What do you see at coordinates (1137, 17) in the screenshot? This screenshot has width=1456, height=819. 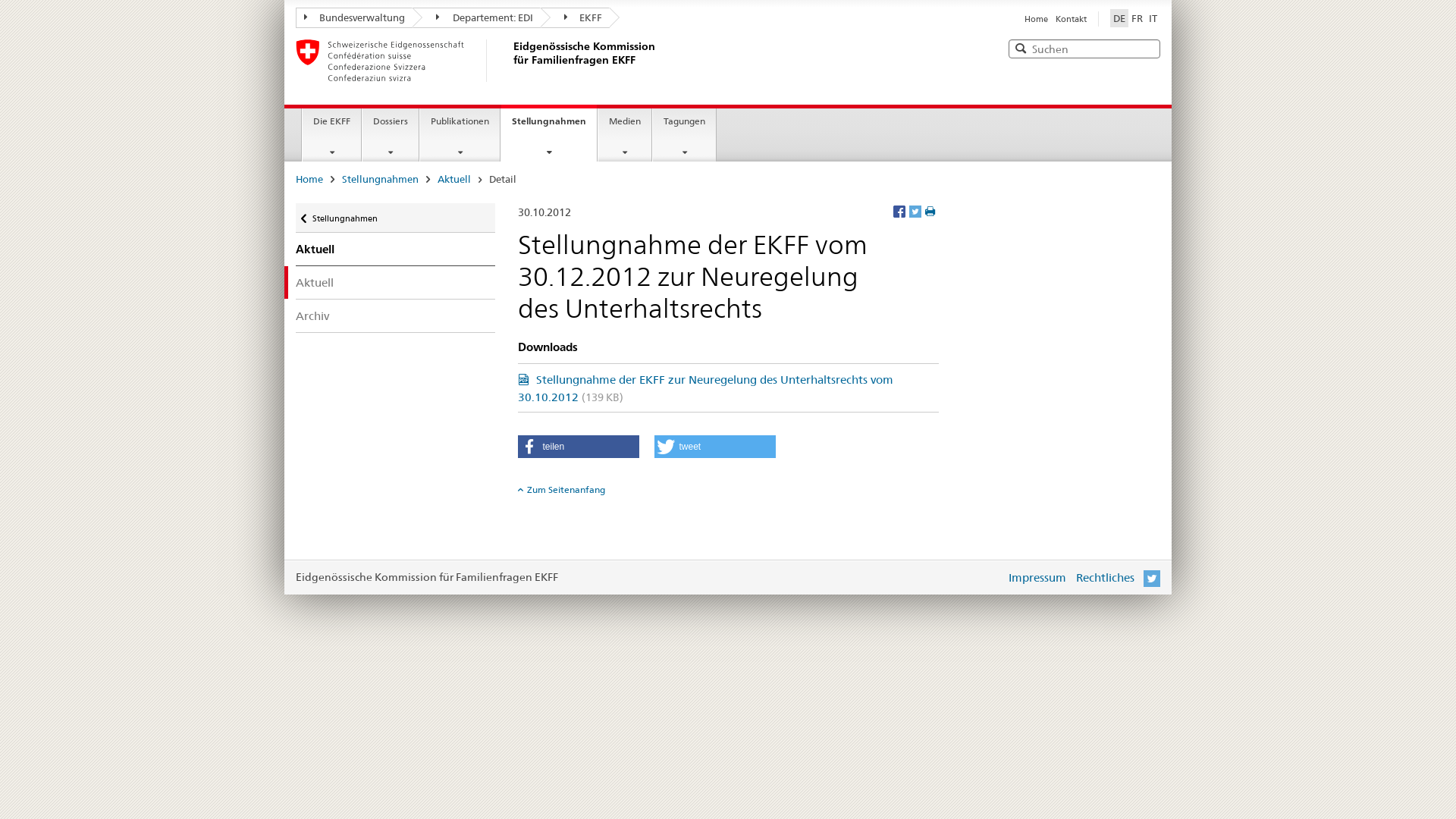 I see `'FR'` at bounding box center [1137, 17].